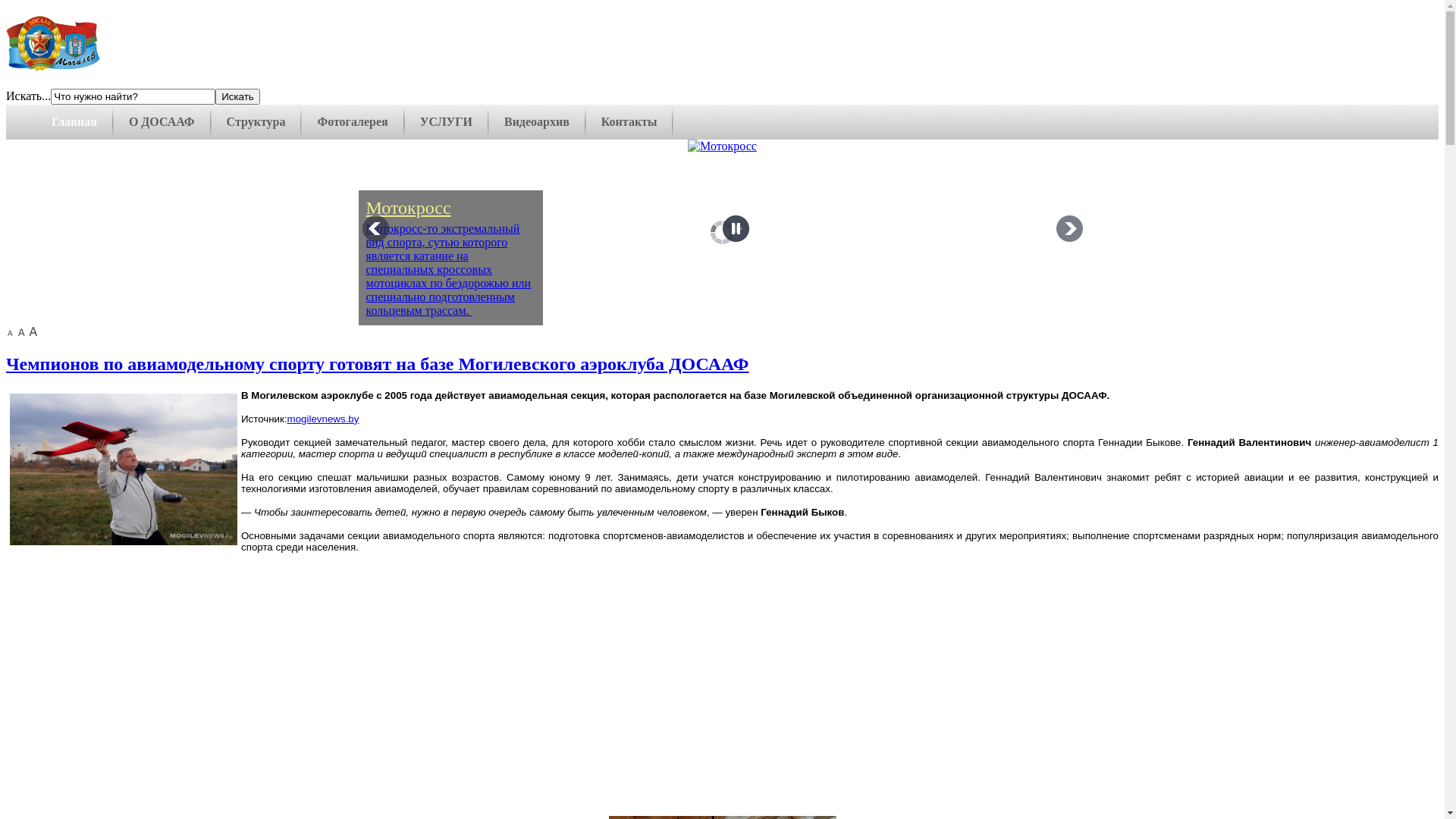 This screenshot has height=819, width=1456. I want to click on 'normal size', so click(17, 331).